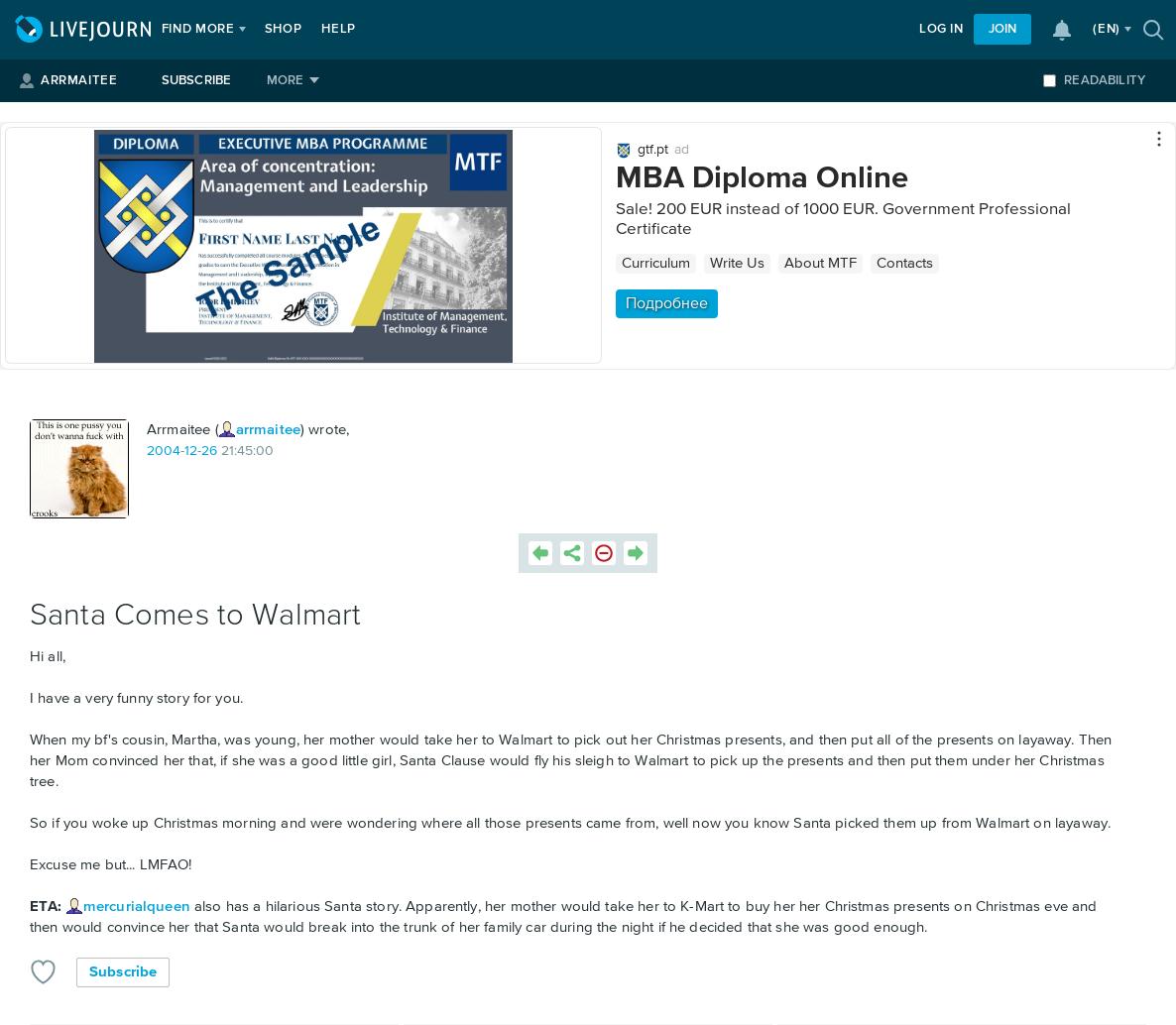 This screenshot has height=1025, width=1176. I want to click on 'Readability', so click(1062, 80).